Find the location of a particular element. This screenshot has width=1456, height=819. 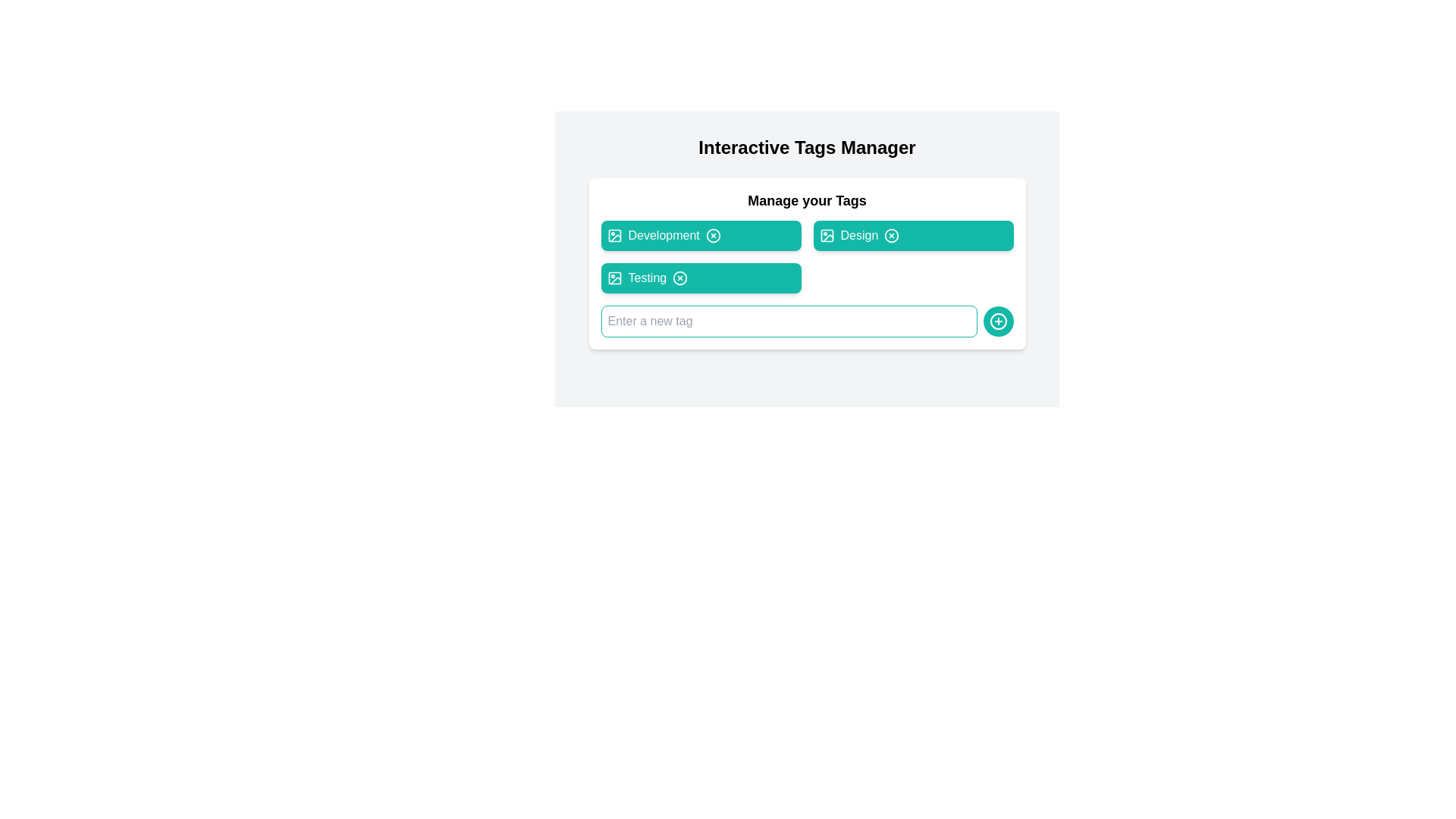

the 'Testing' tag button, which is the third item in a vertical group of tags located below the 'Development' and 'Design' tags is located at coordinates (700, 278).